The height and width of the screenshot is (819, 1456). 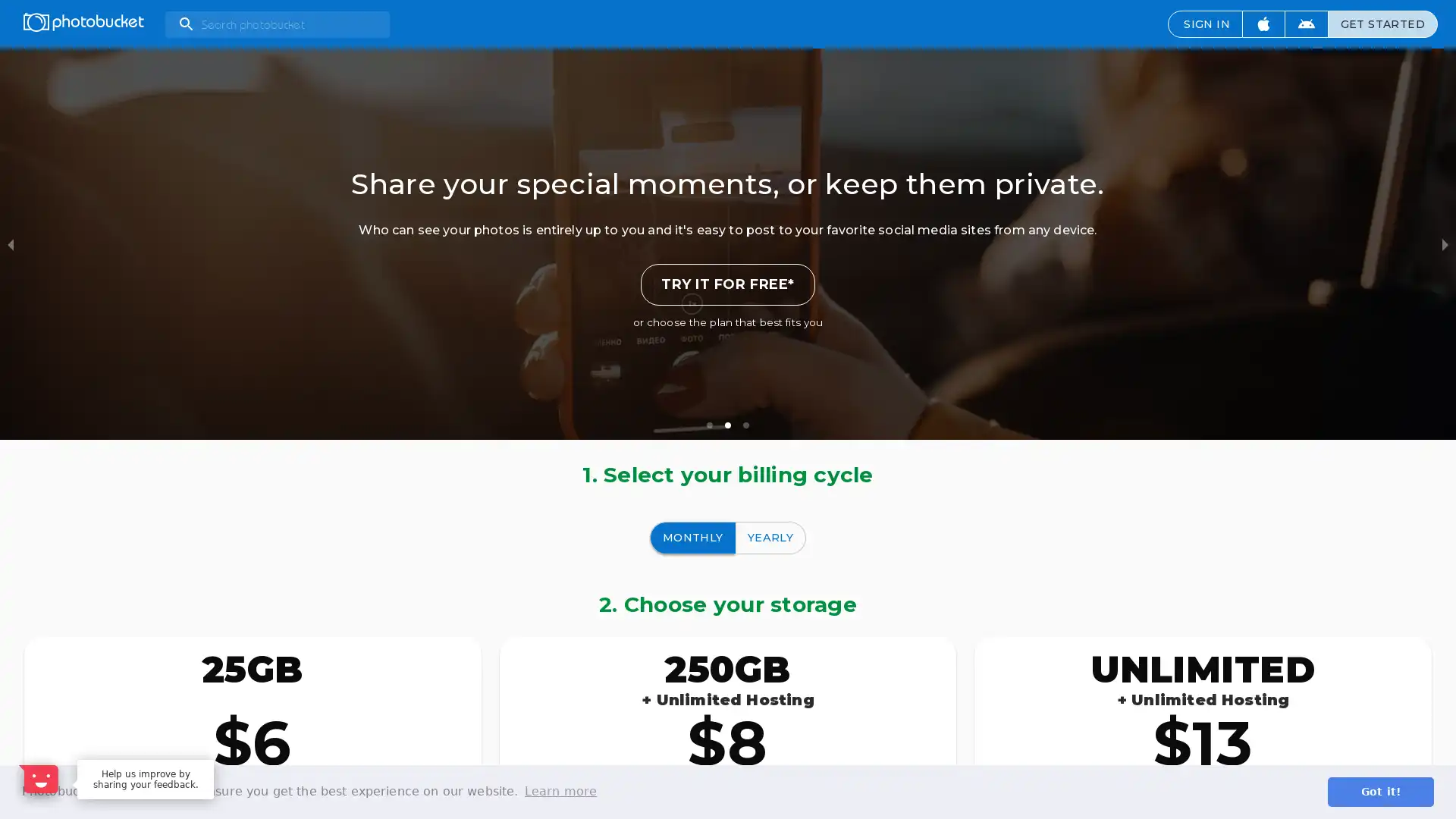 I want to click on TRY IT FOR FREE*, so click(x=726, y=284).